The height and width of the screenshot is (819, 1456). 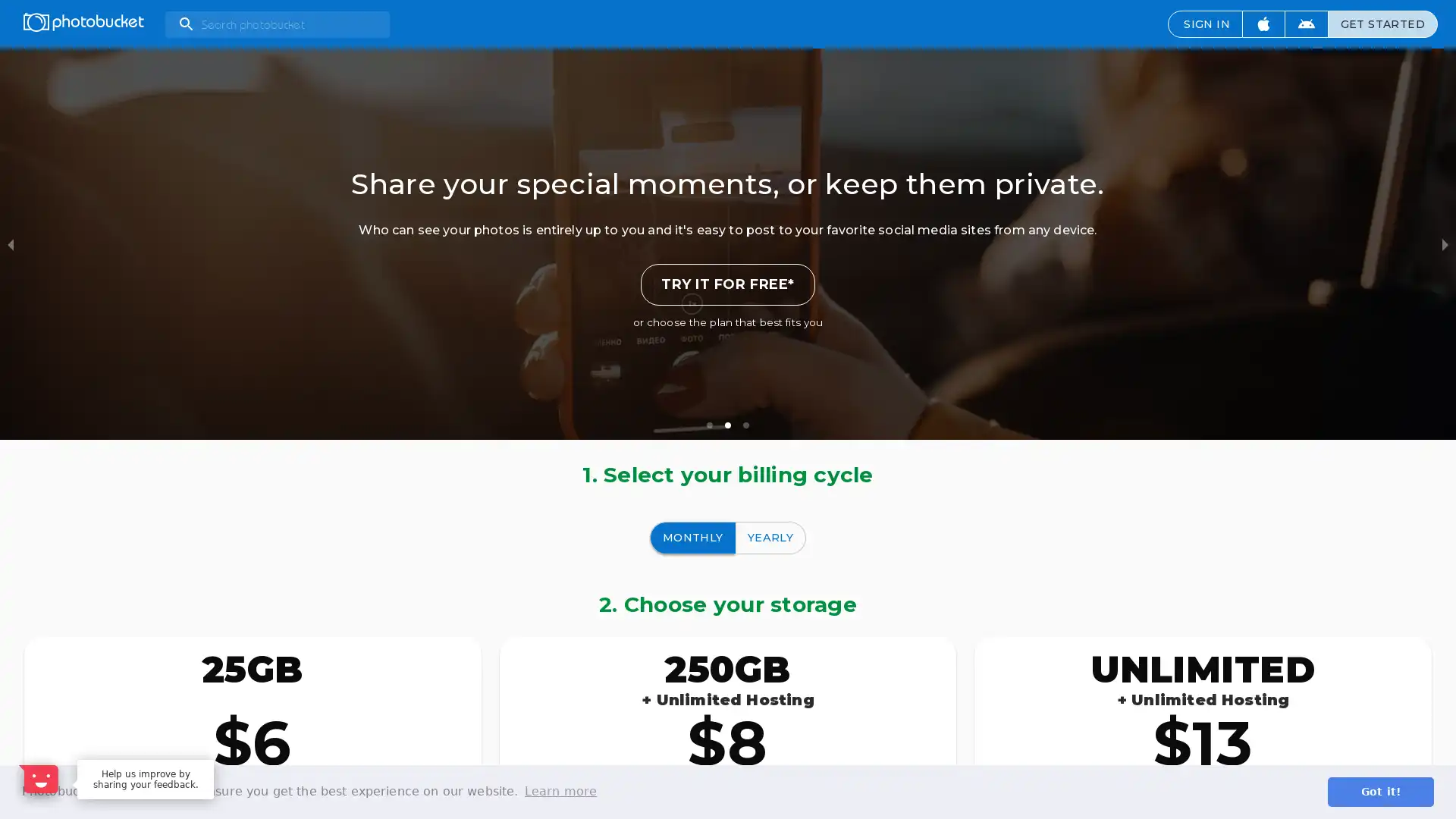 I want to click on TRY IT FOR FREE*, so click(x=726, y=284).